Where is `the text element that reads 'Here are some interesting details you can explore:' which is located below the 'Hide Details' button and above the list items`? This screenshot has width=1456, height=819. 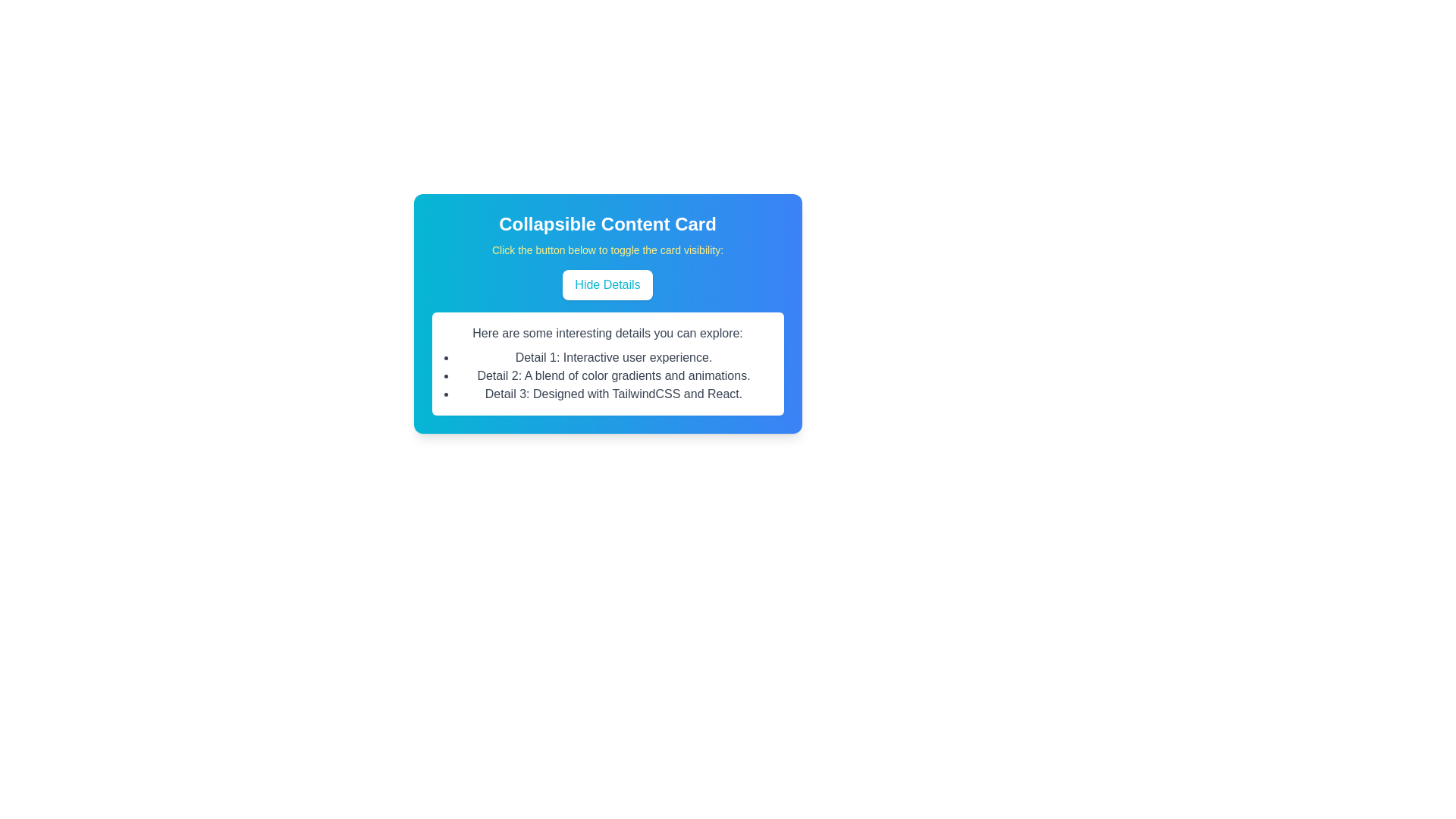
the text element that reads 'Here are some interesting details you can explore:' which is located below the 'Hide Details' button and above the list items is located at coordinates (607, 332).